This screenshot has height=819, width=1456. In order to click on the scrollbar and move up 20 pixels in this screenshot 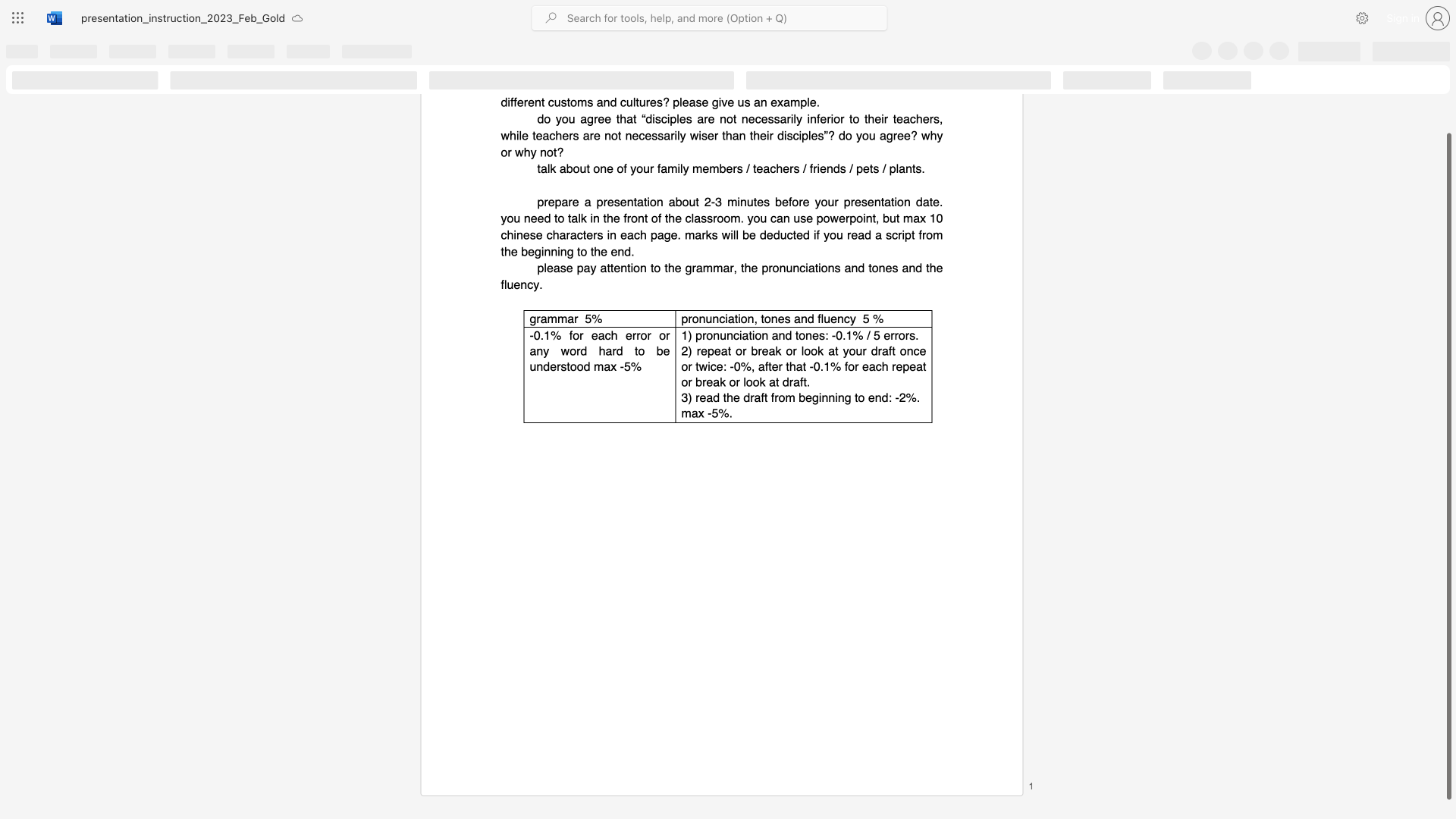, I will do `click(1448, 466)`.